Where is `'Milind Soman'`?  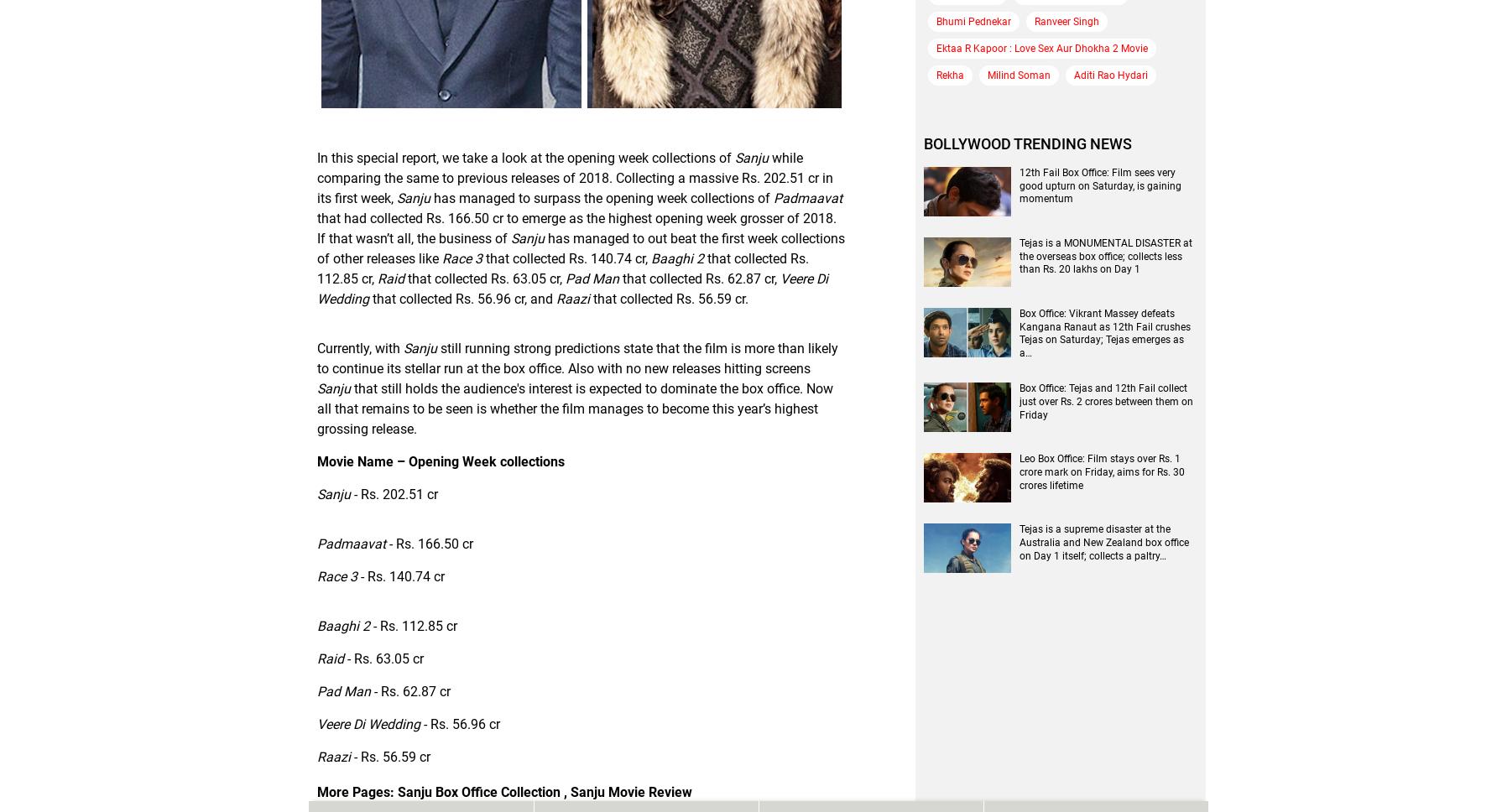 'Milind Soman' is located at coordinates (1019, 74).